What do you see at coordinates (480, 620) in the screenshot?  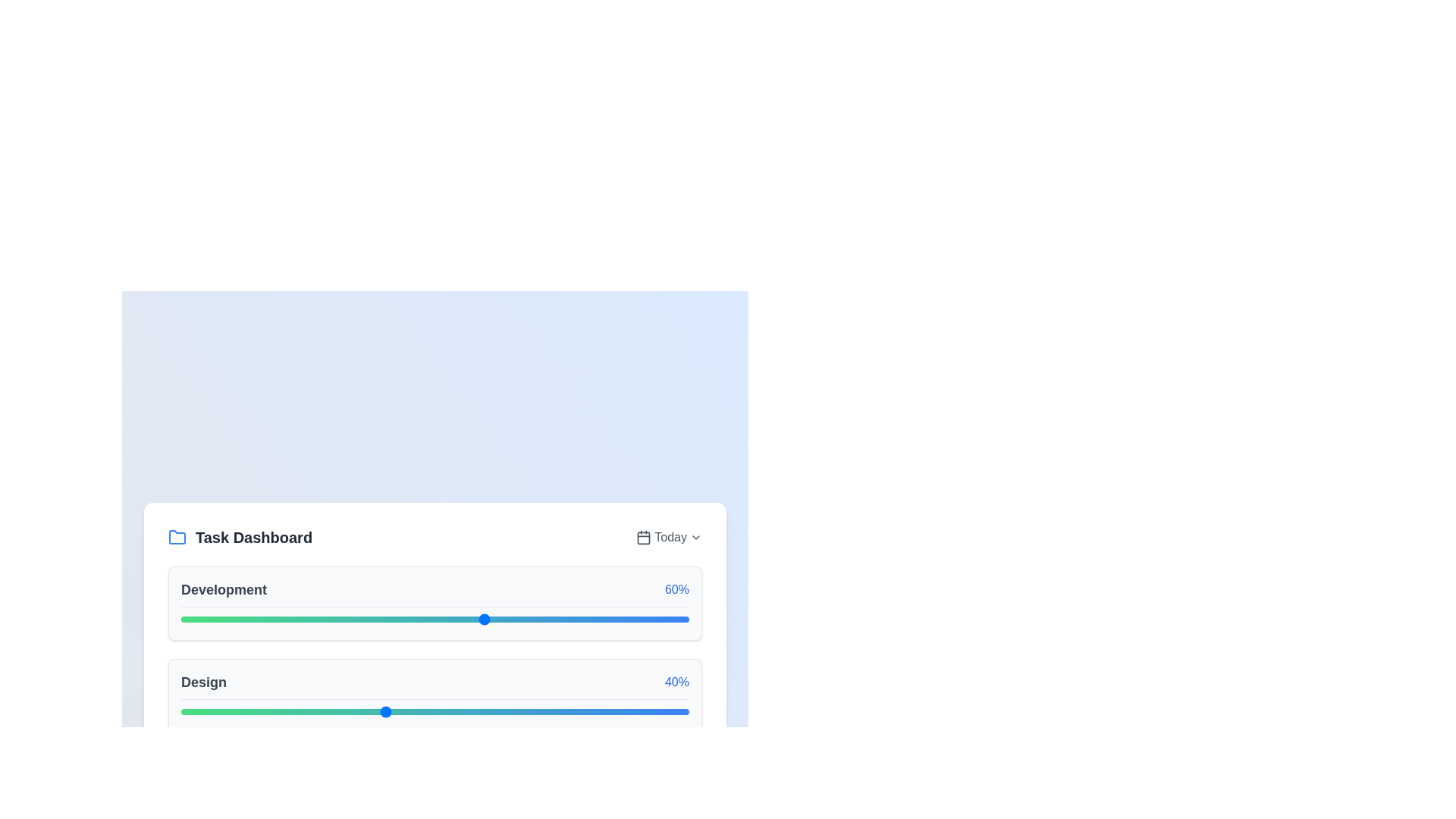 I see `the development progress` at bounding box center [480, 620].